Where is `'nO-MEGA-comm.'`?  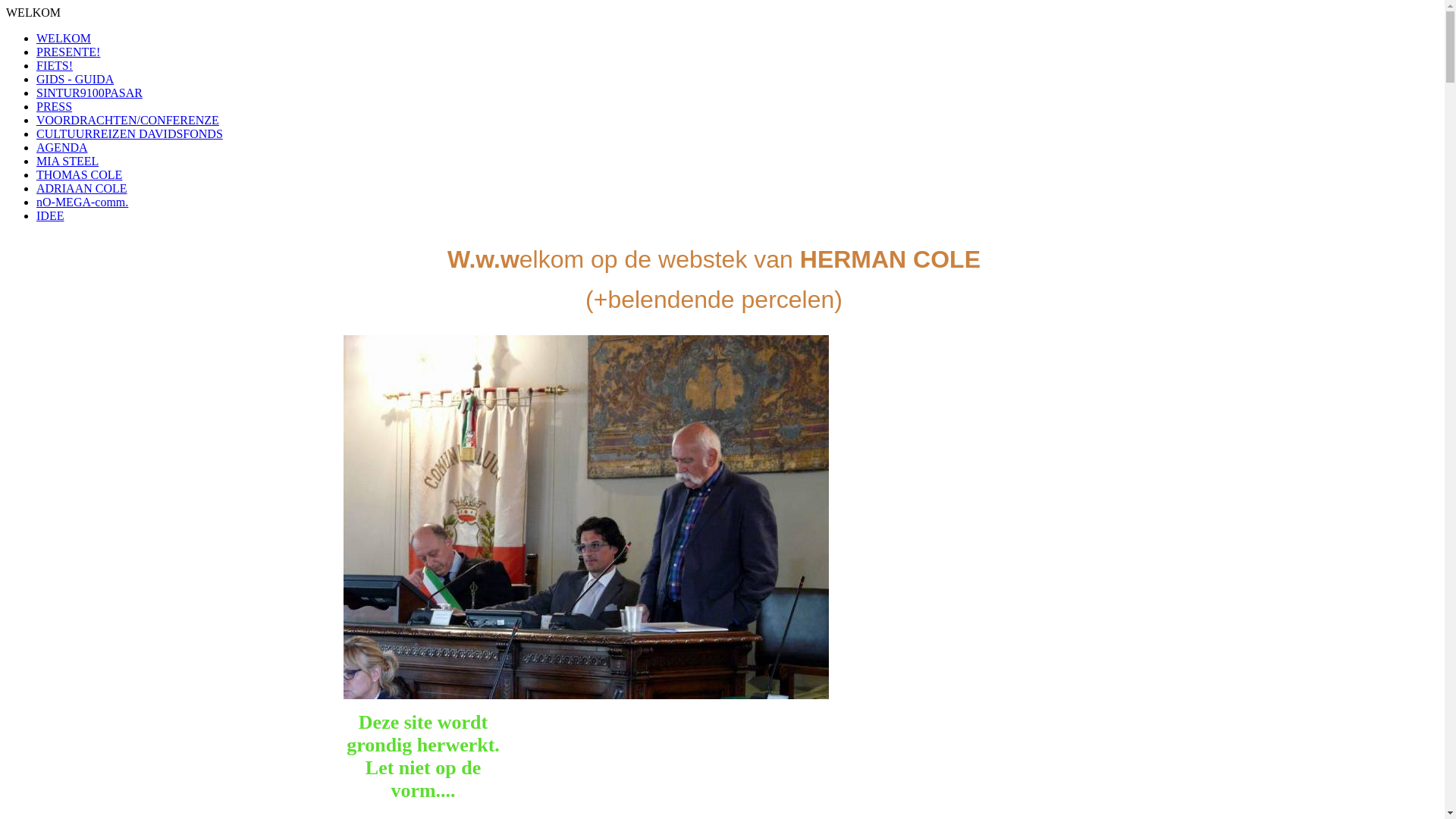
'nO-MEGA-comm.' is located at coordinates (81, 201).